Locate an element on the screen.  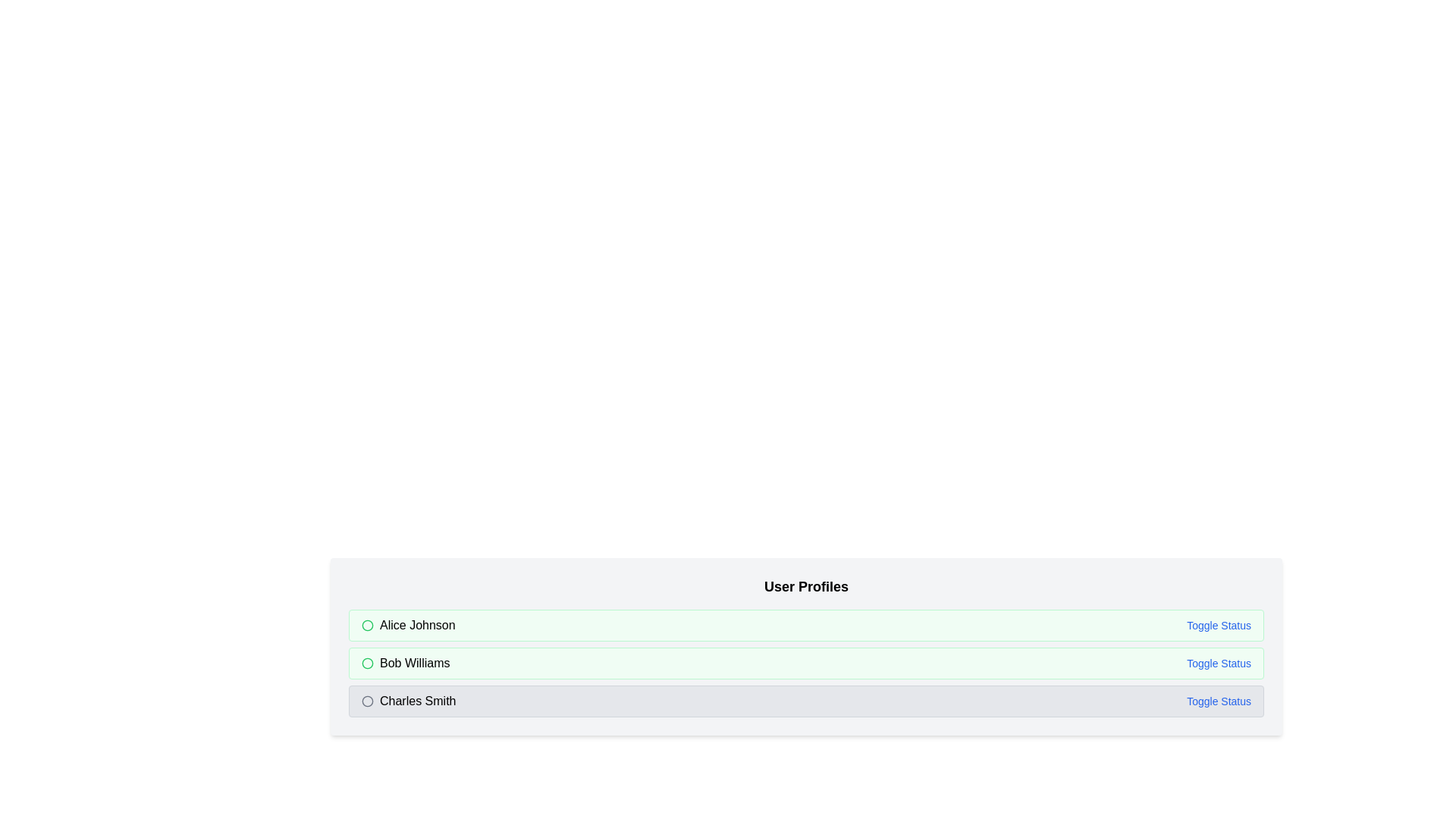
the text label displaying 'Alice Johnson', which is located in the first row of user profiles, to the left of the 'Toggle Status' button and to the right of a small green circular icon is located at coordinates (417, 626).